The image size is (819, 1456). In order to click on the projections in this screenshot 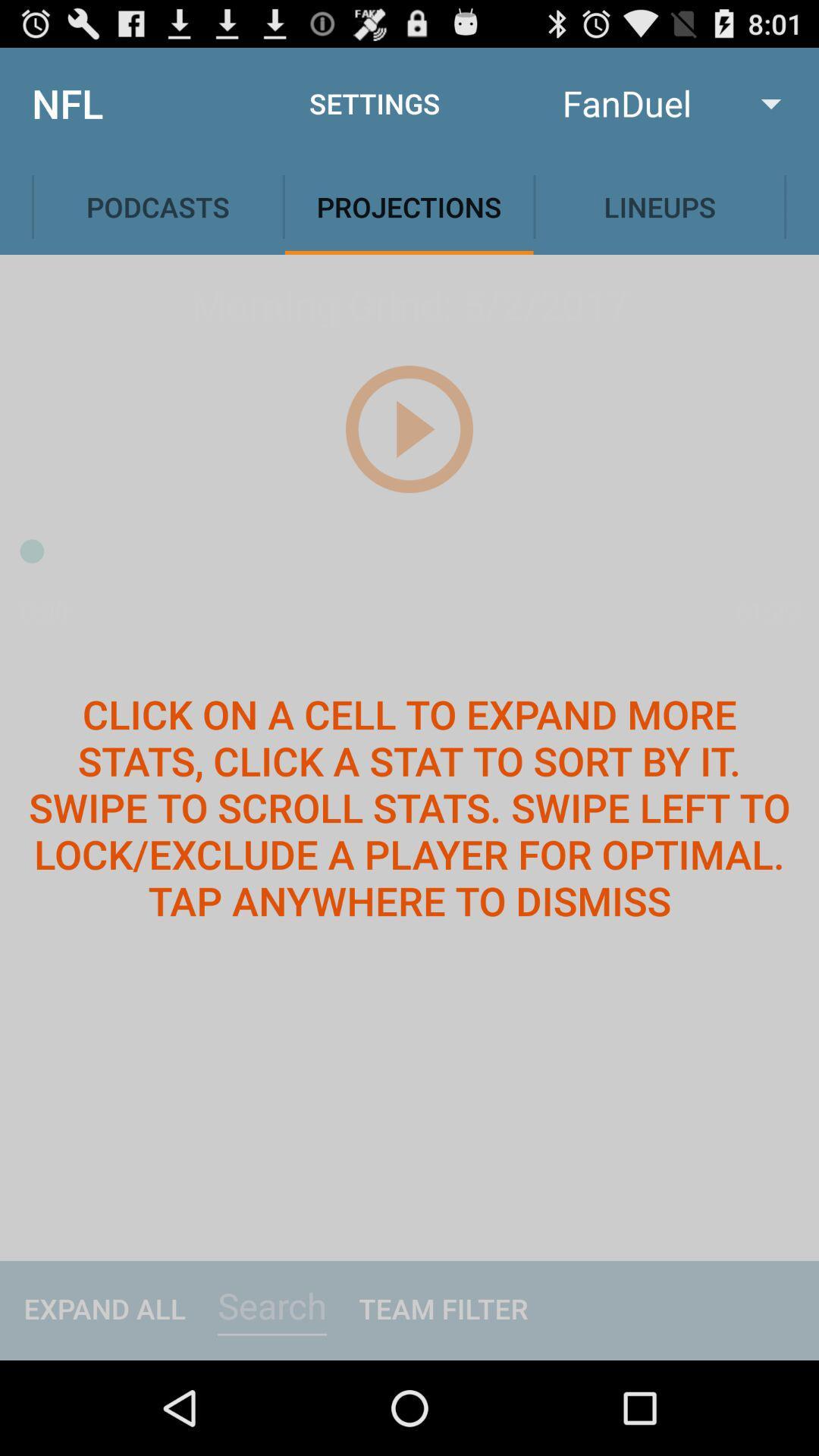, I will do `click(409, 206)`.